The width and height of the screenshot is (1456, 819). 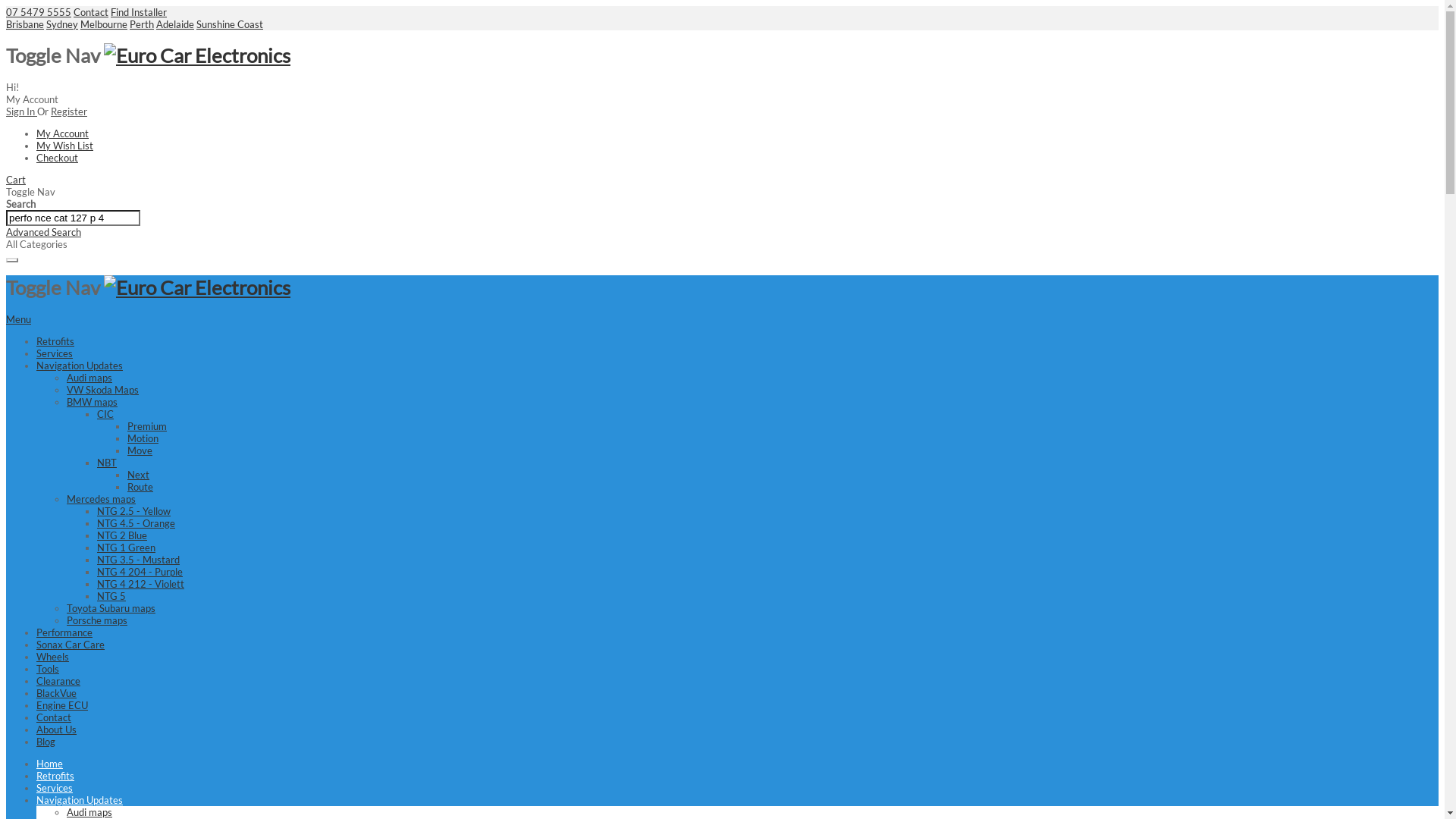 I want to click on 'Perth', so click(x=142, y=24).